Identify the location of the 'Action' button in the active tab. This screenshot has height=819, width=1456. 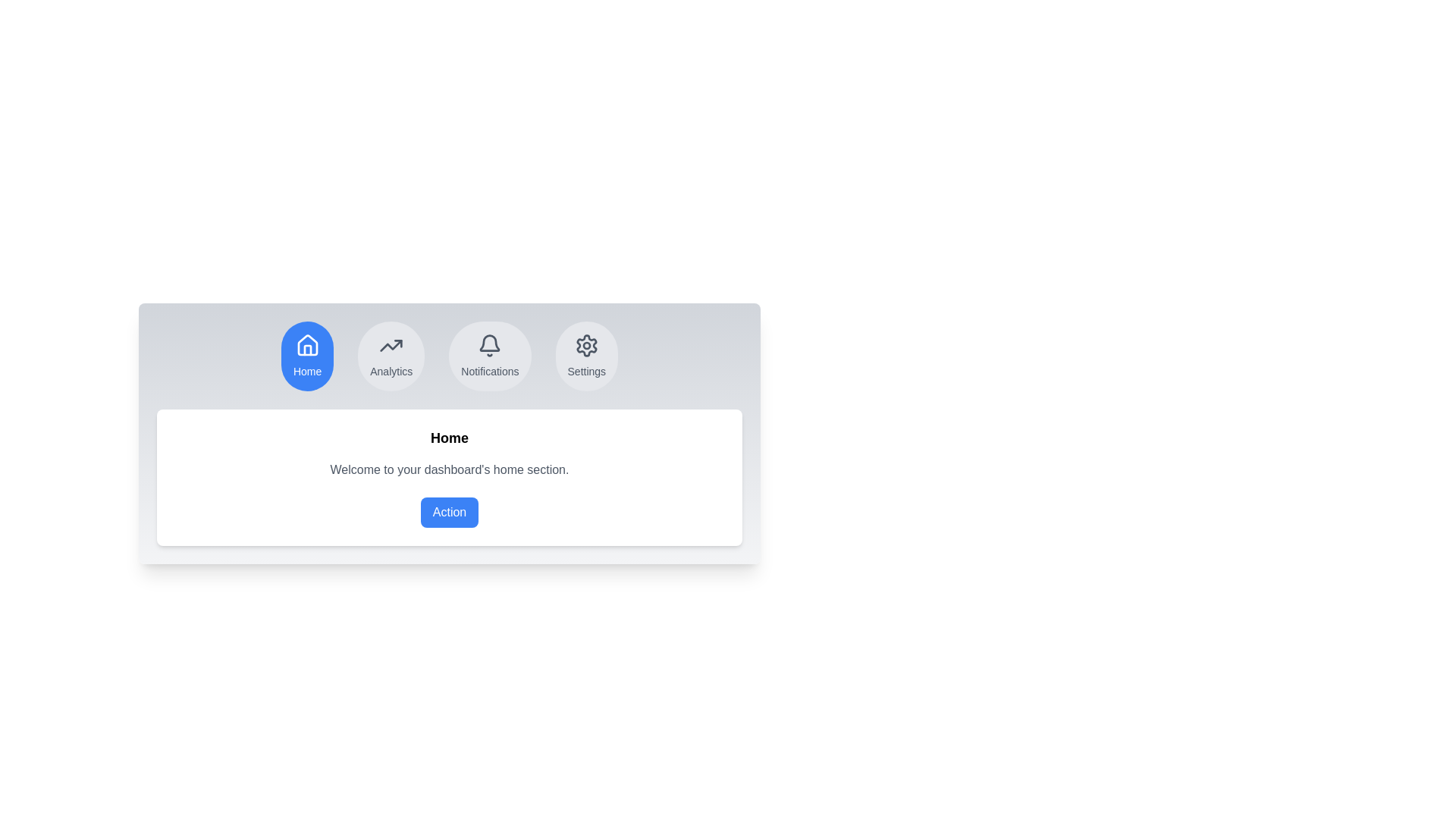
(449, 512).